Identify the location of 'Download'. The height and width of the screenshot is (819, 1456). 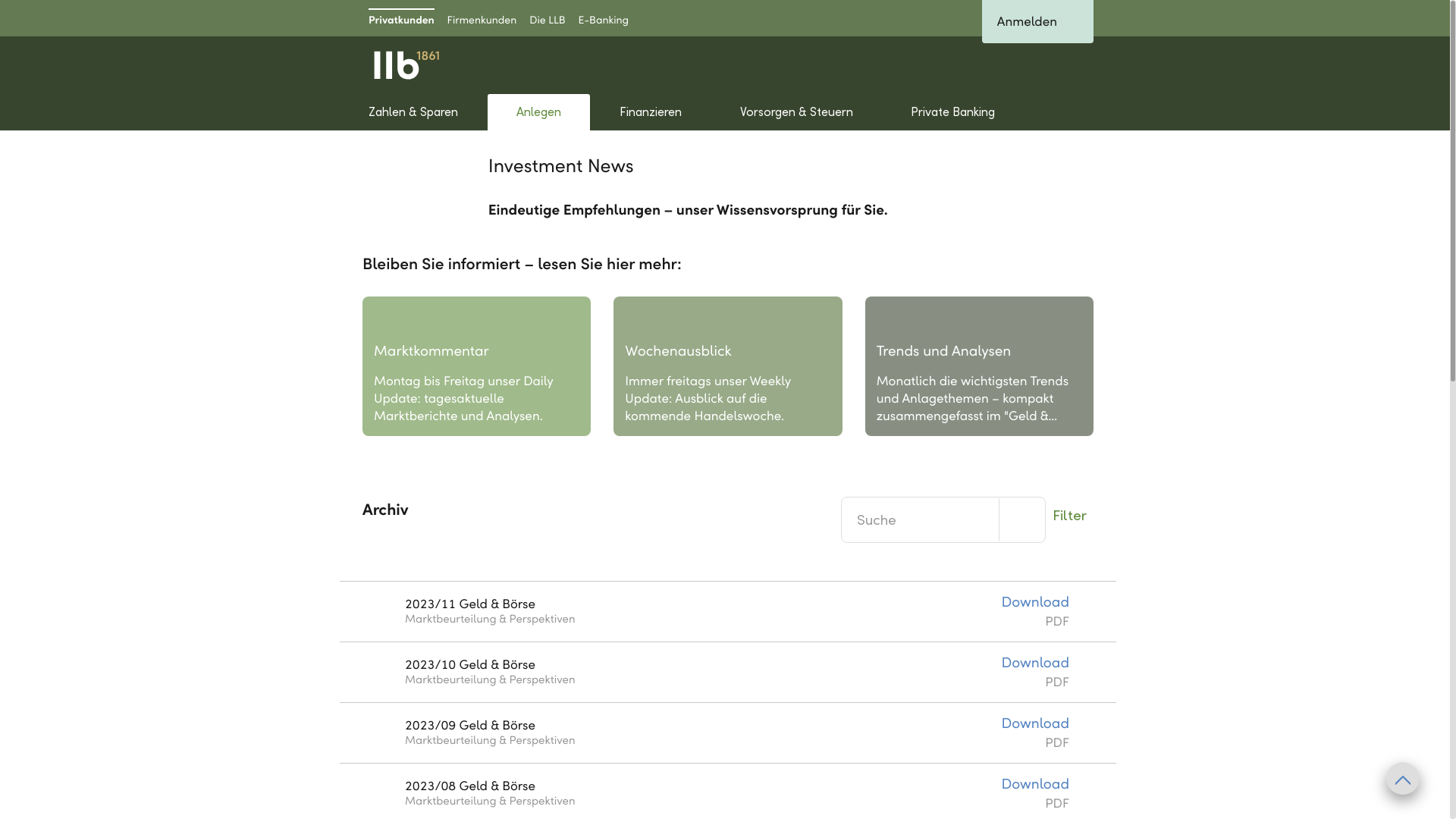
(1034, 663).